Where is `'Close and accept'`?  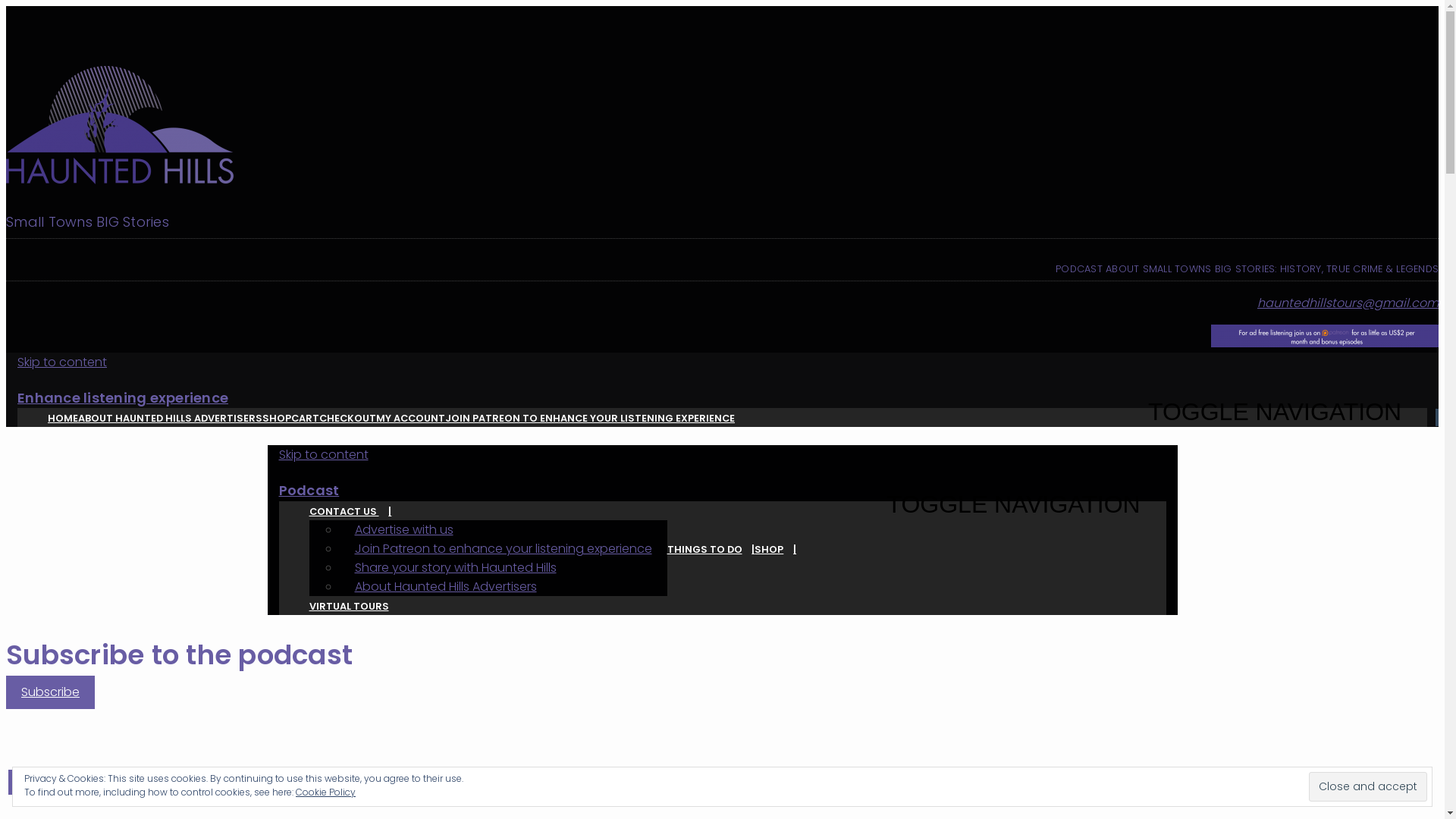 'Close and accept' is located at coordinates (1368, 786).